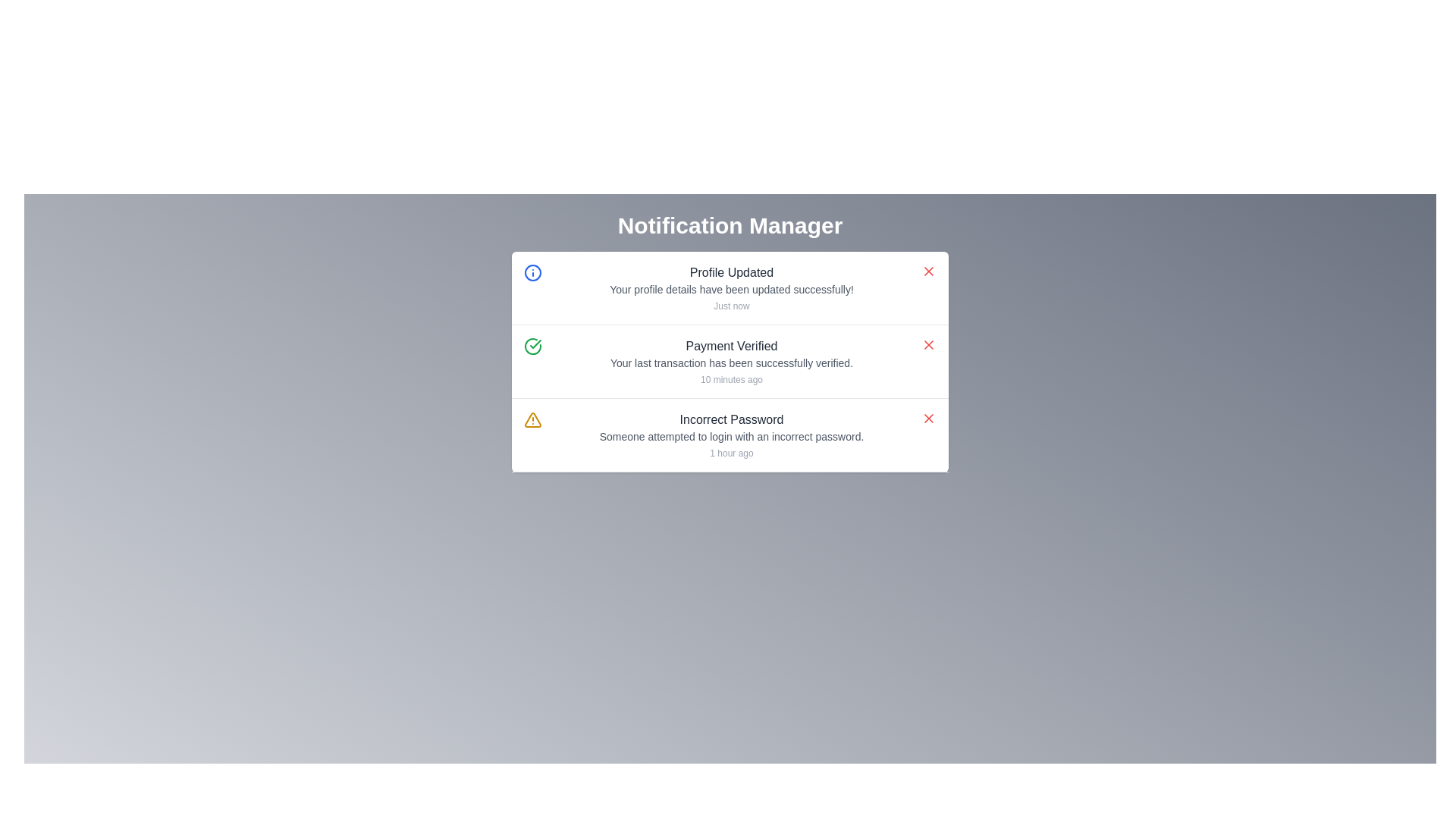 The width and height of the screenshot is (1456, 819). I want to click on the text label displaying '1 hour ago', which is located below the main notification about incorrect password attempts in the notification card section, so click(731, 452).